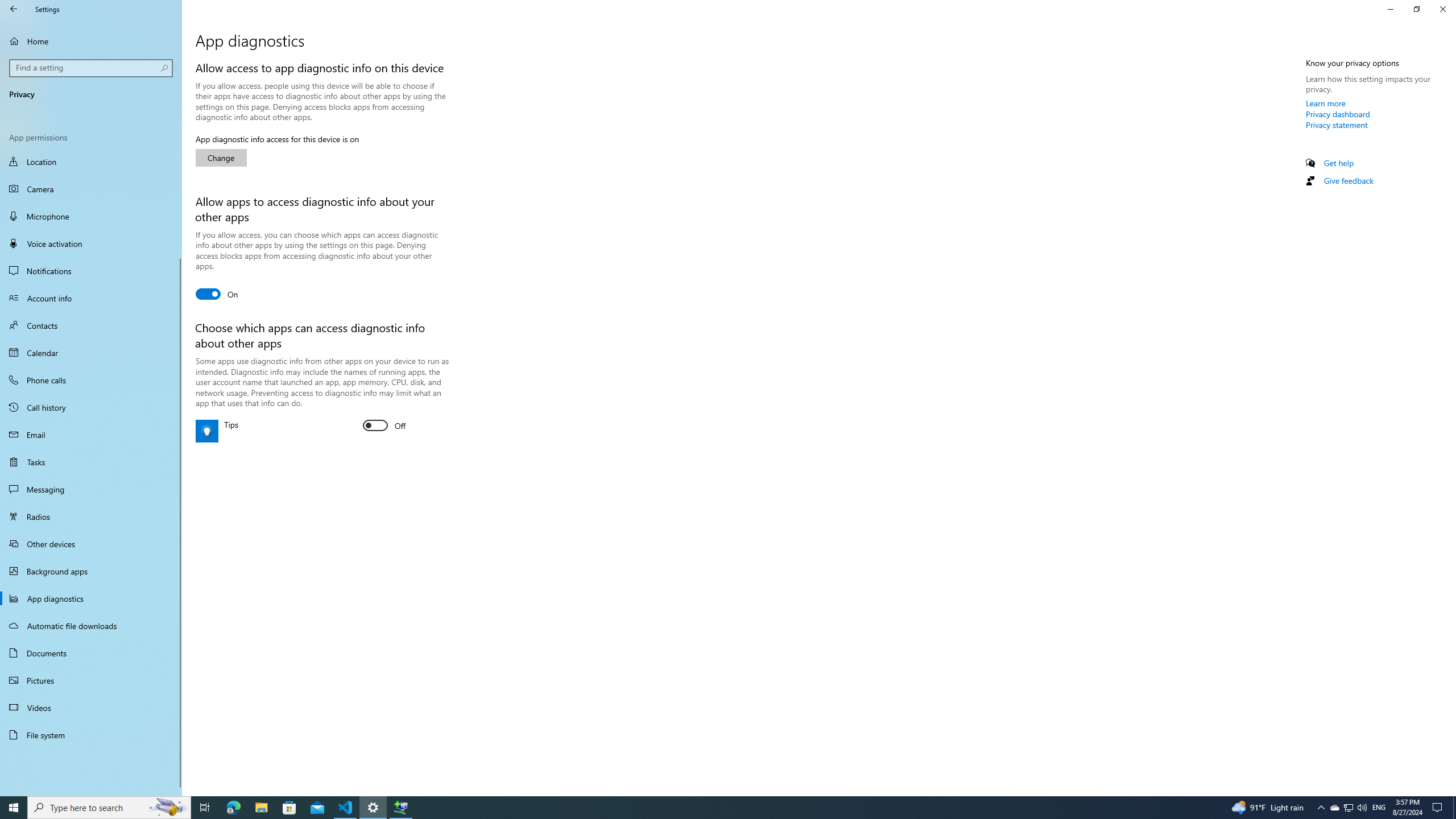 This screenshot has height=819, width=1456. What do you see at coordinates (90, 653) in the screenshot?
I see `'Documents'` at bounding box center [90, 653].